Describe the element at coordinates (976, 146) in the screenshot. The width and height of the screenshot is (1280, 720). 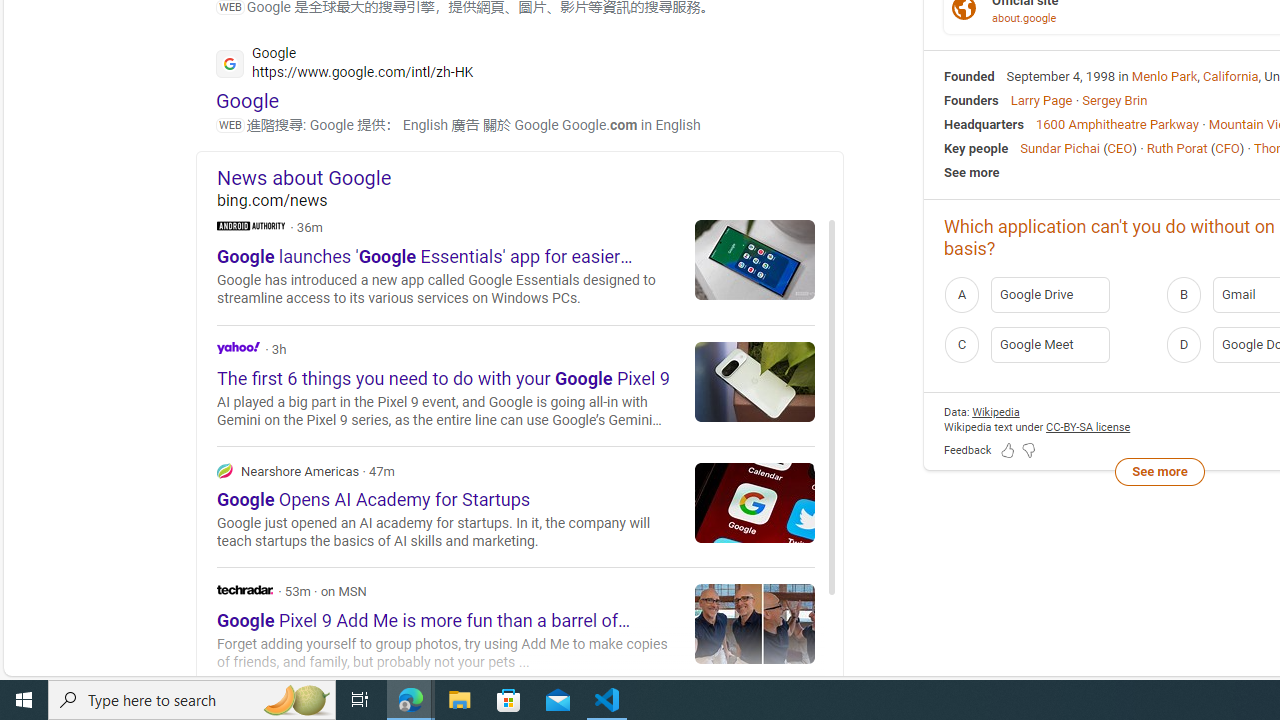
I see `'Key people'` at that location.